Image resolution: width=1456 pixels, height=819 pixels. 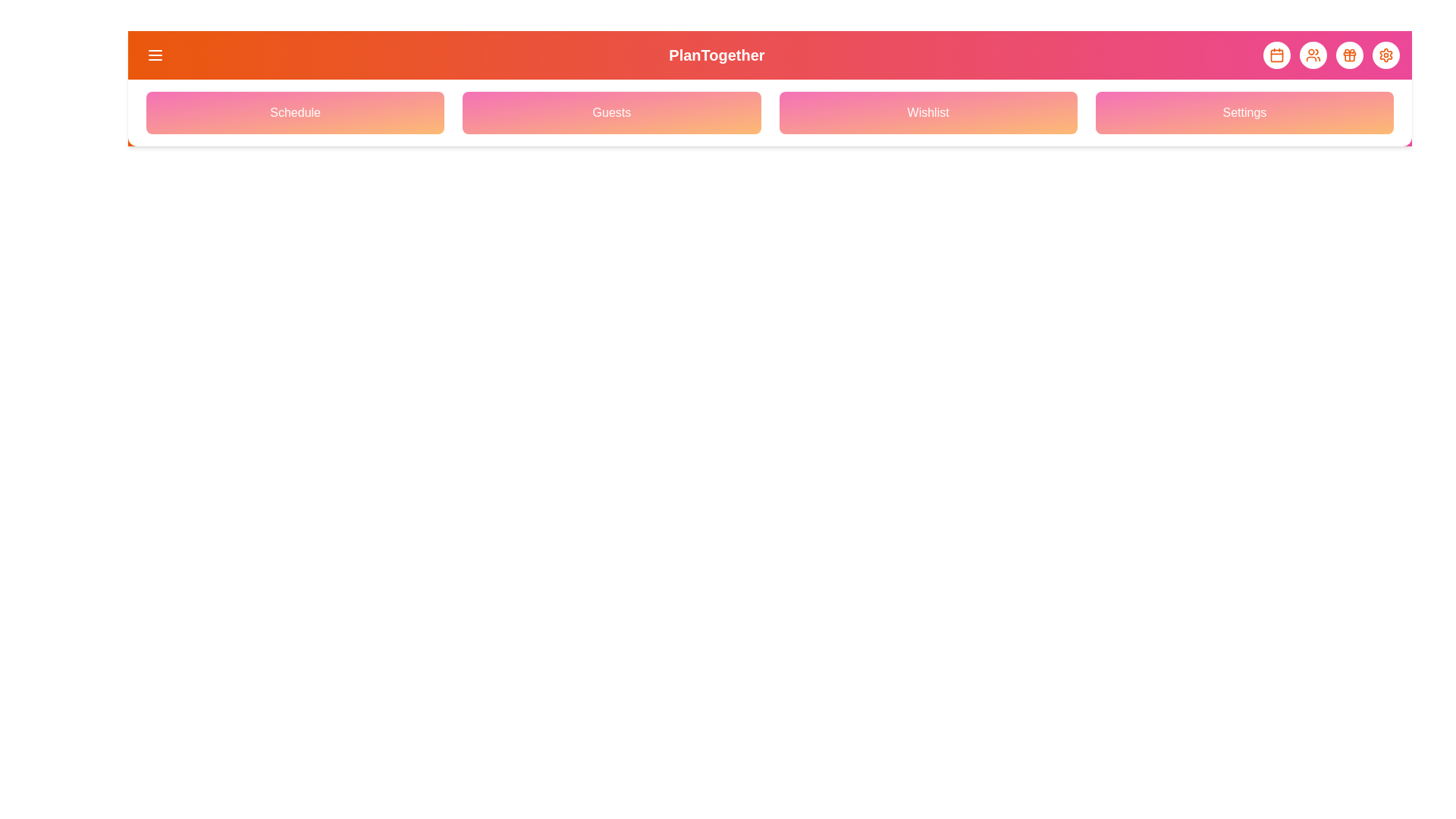 I want to click on the header title 'PlanTogether', so click(x=716, y=55).